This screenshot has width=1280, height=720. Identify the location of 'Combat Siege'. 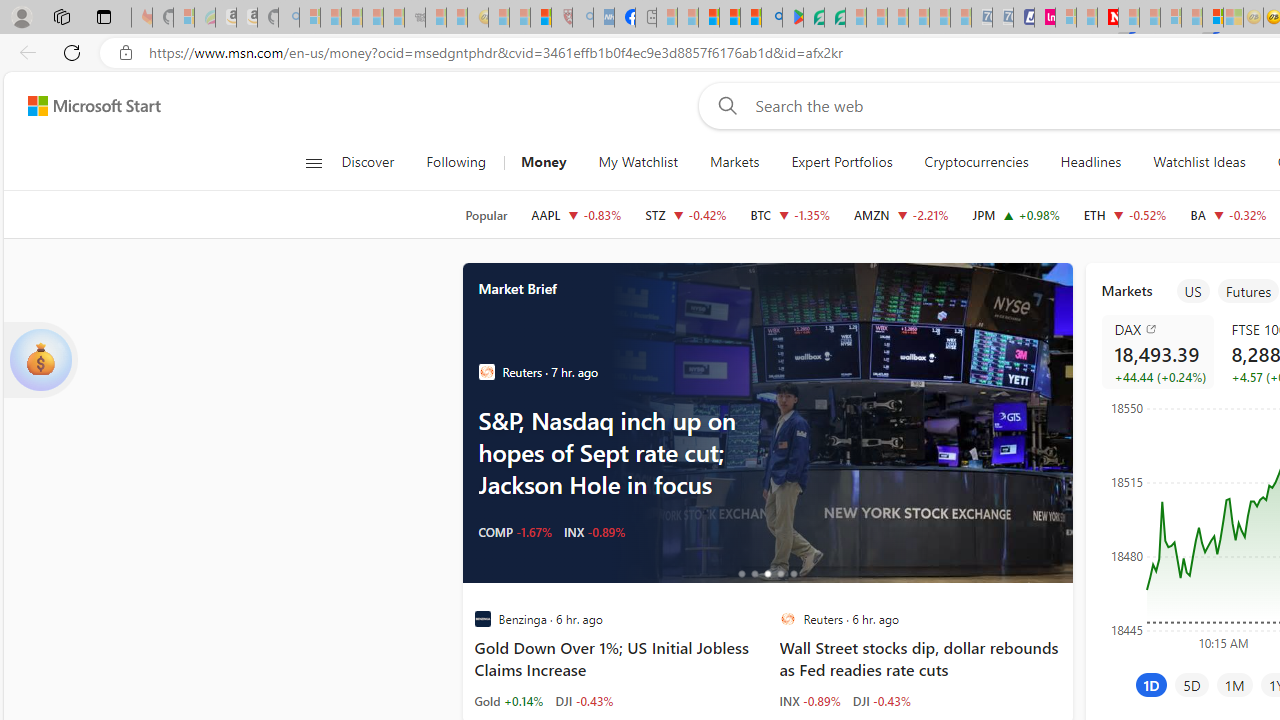
(413, 17).